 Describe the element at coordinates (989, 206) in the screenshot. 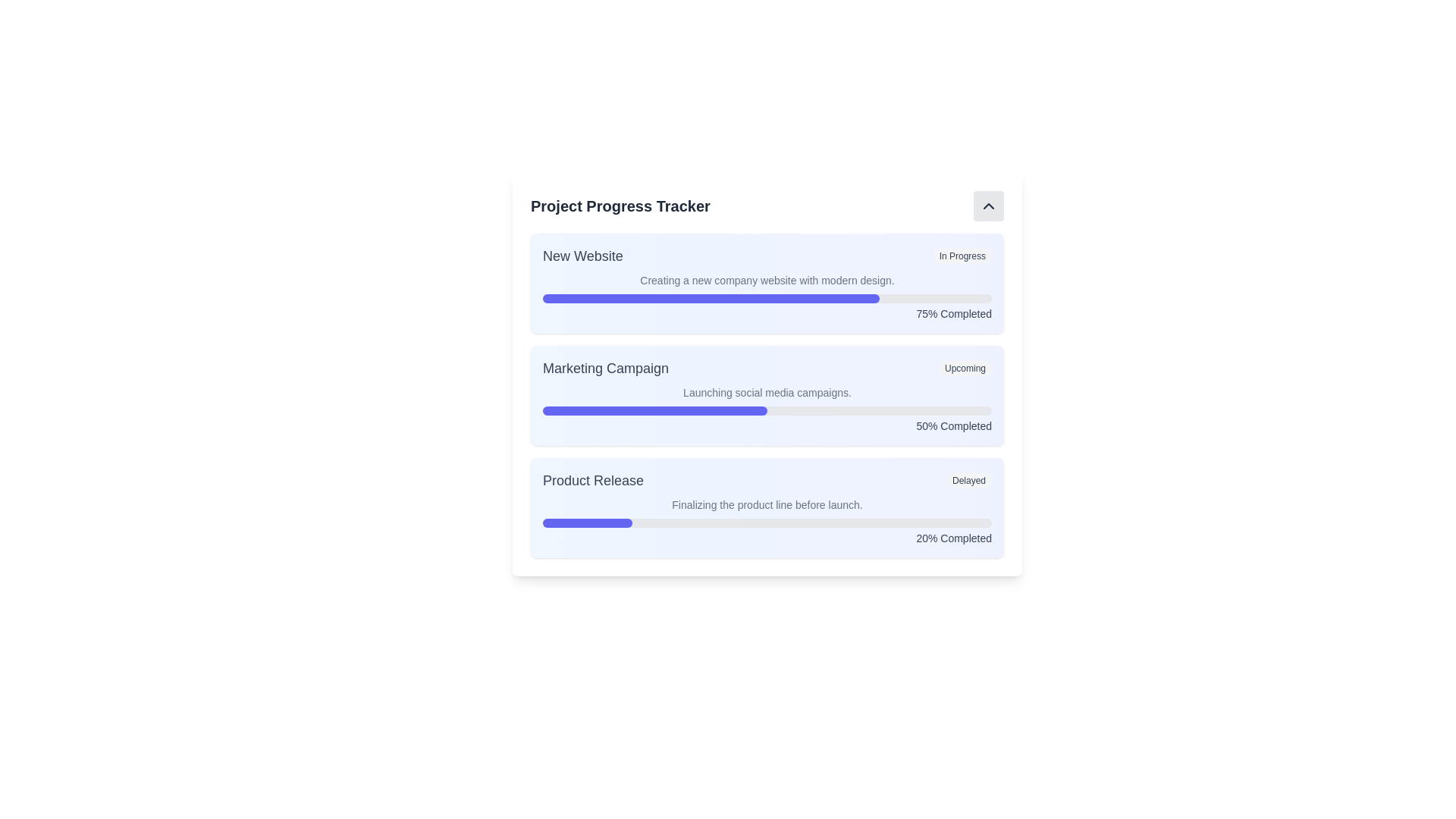

I see `the upward navigation icon located in the top-right corner of the interface` at that location.